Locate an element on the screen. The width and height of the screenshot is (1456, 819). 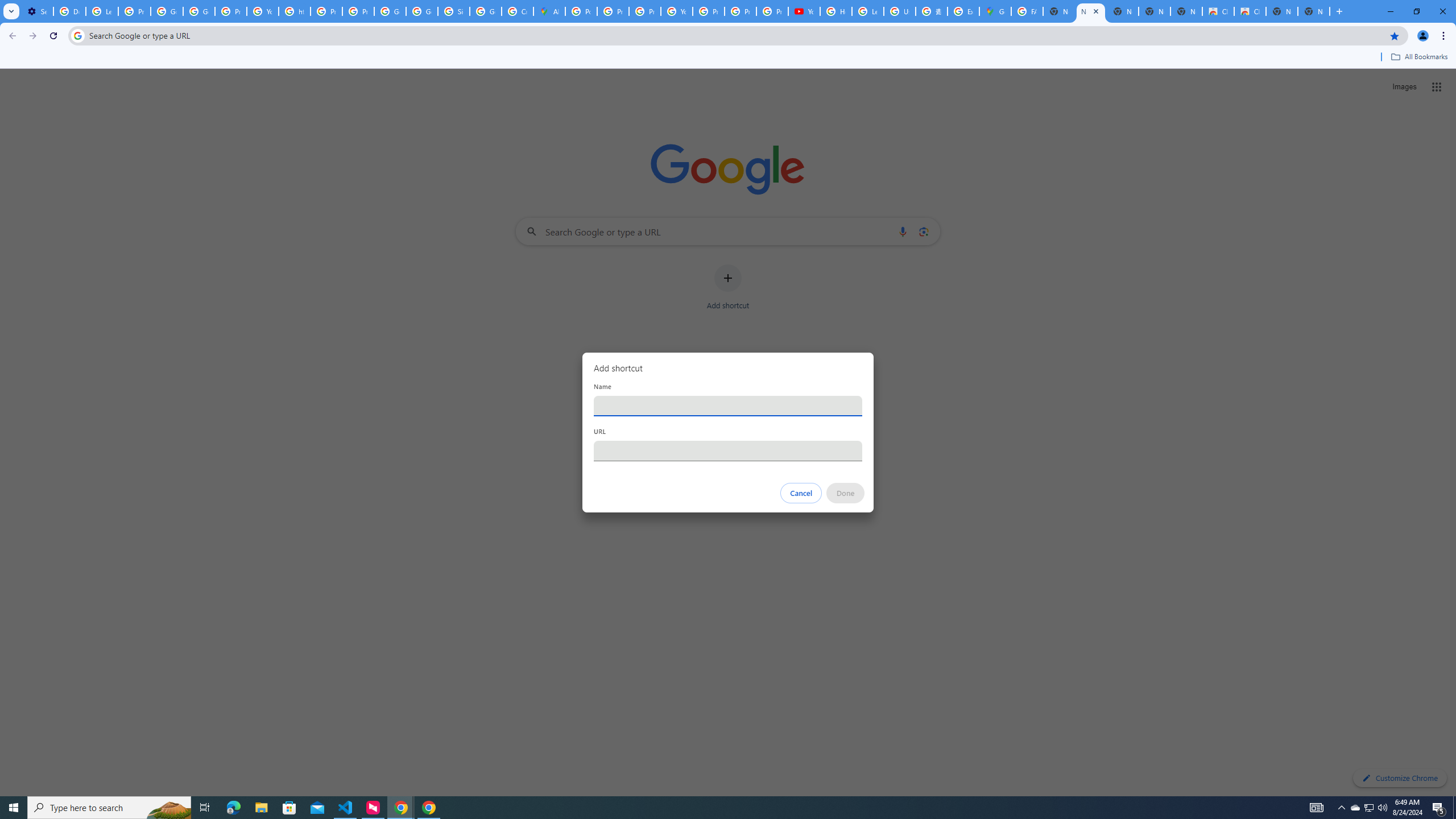
'How Chrome protects your passwords - Google Chrome Help' is located at coordinates (835, 11).